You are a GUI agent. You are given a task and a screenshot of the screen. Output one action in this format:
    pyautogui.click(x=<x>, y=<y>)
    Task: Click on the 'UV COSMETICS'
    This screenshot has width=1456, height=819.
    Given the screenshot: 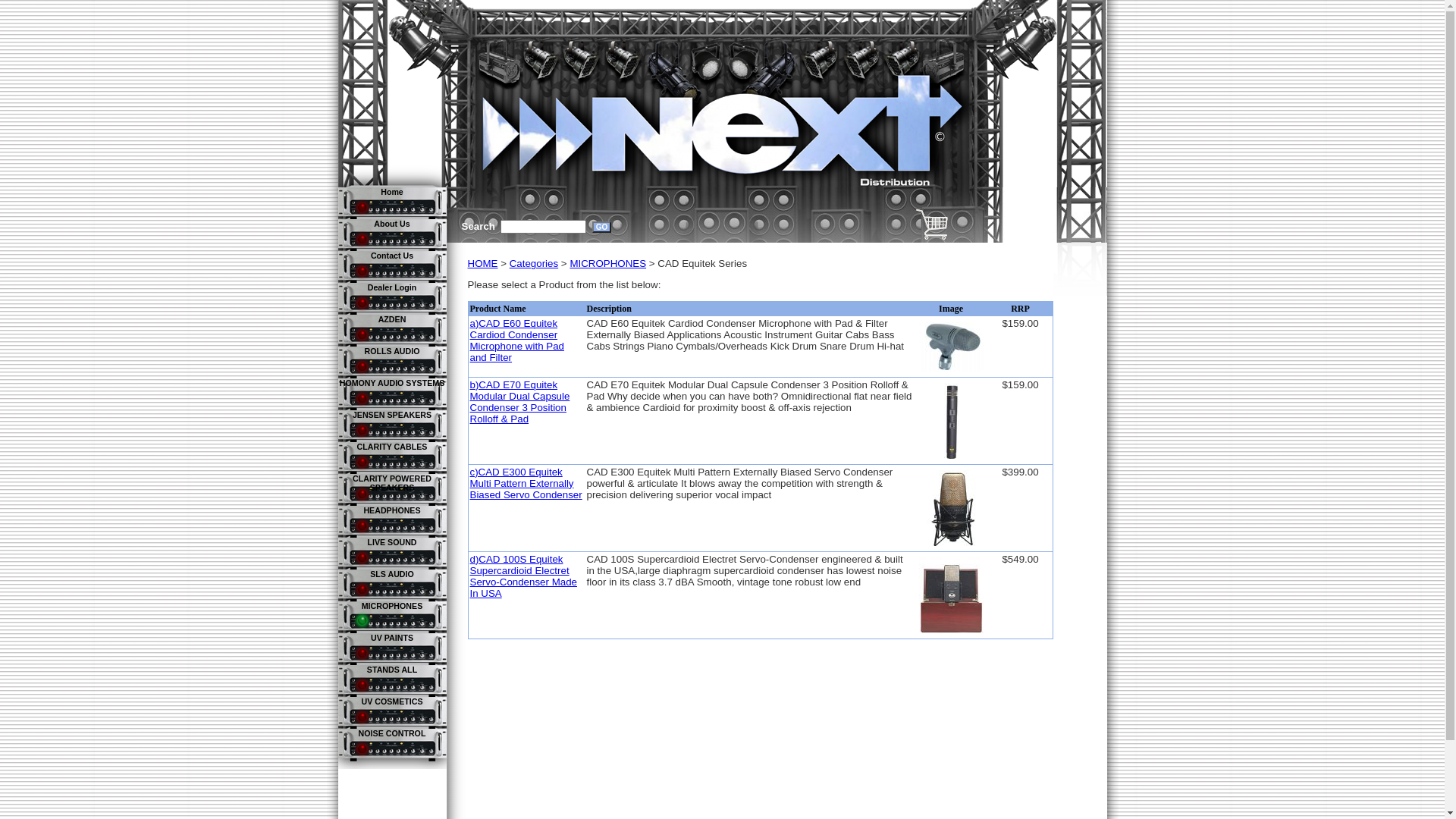 What is the action you would take?
    pyautogui.click(x=359, y=701)
    